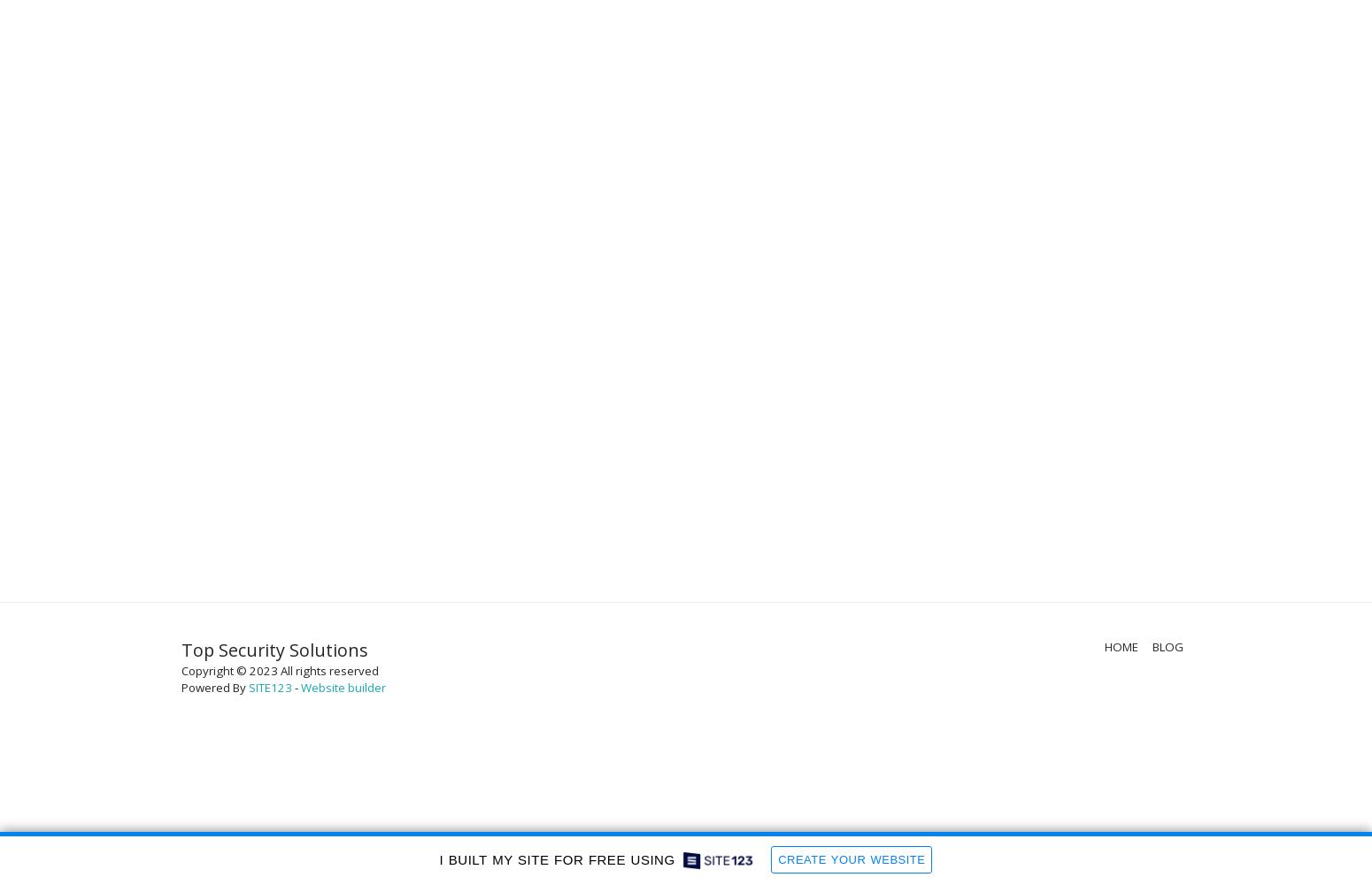 Image resolution: width=1372 pixels, height=885 pixels. Describe the element at coordinates (279, 671) in the screenshot. I see `'Copyright © 2023 All rights reserved'` at that location.